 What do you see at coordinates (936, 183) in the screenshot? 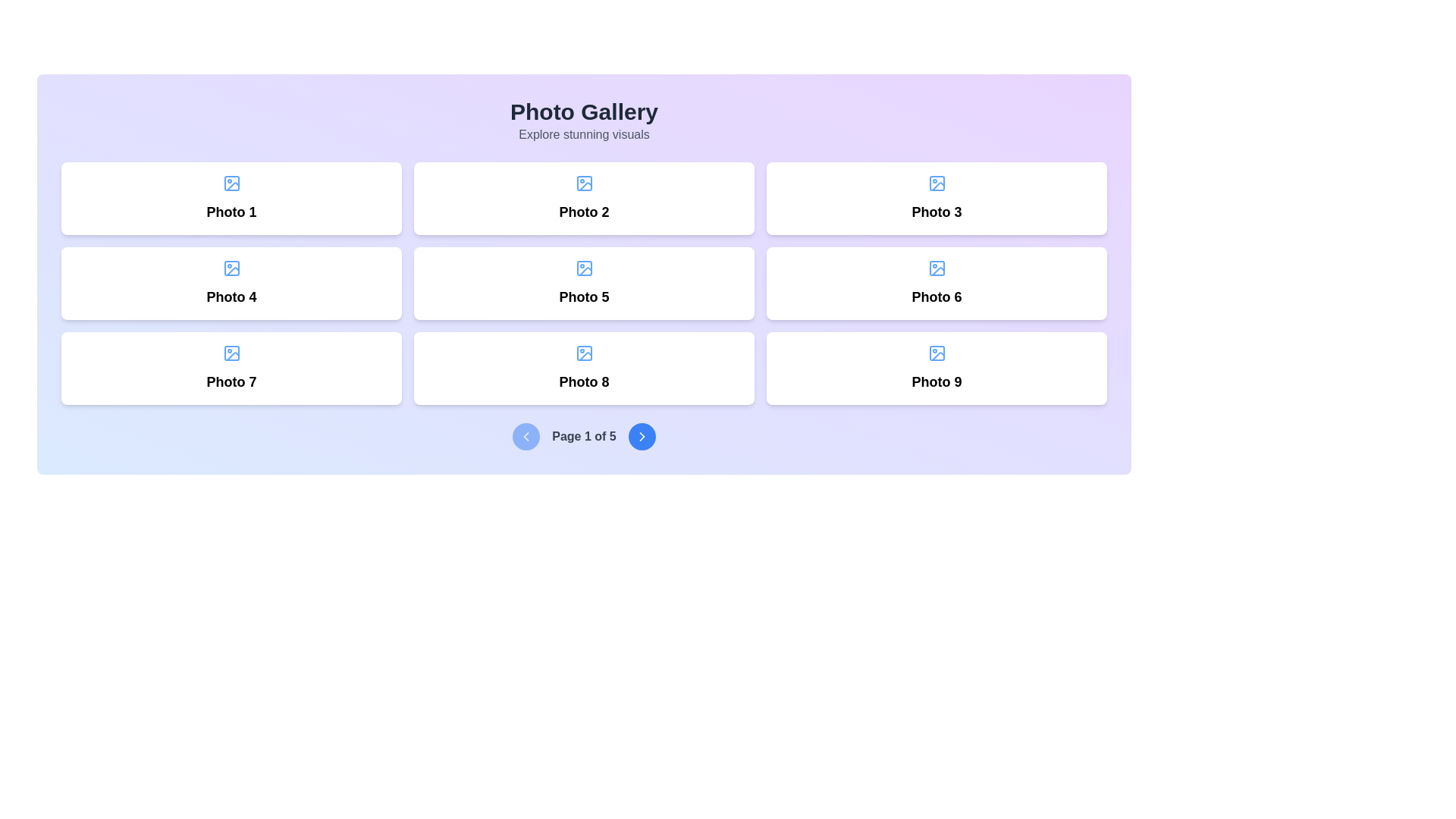
I see `the small blue square icon with rounded corners located in the top-right corner of the 'Photo 3' image placeholder` at bounding box center [936, 183].